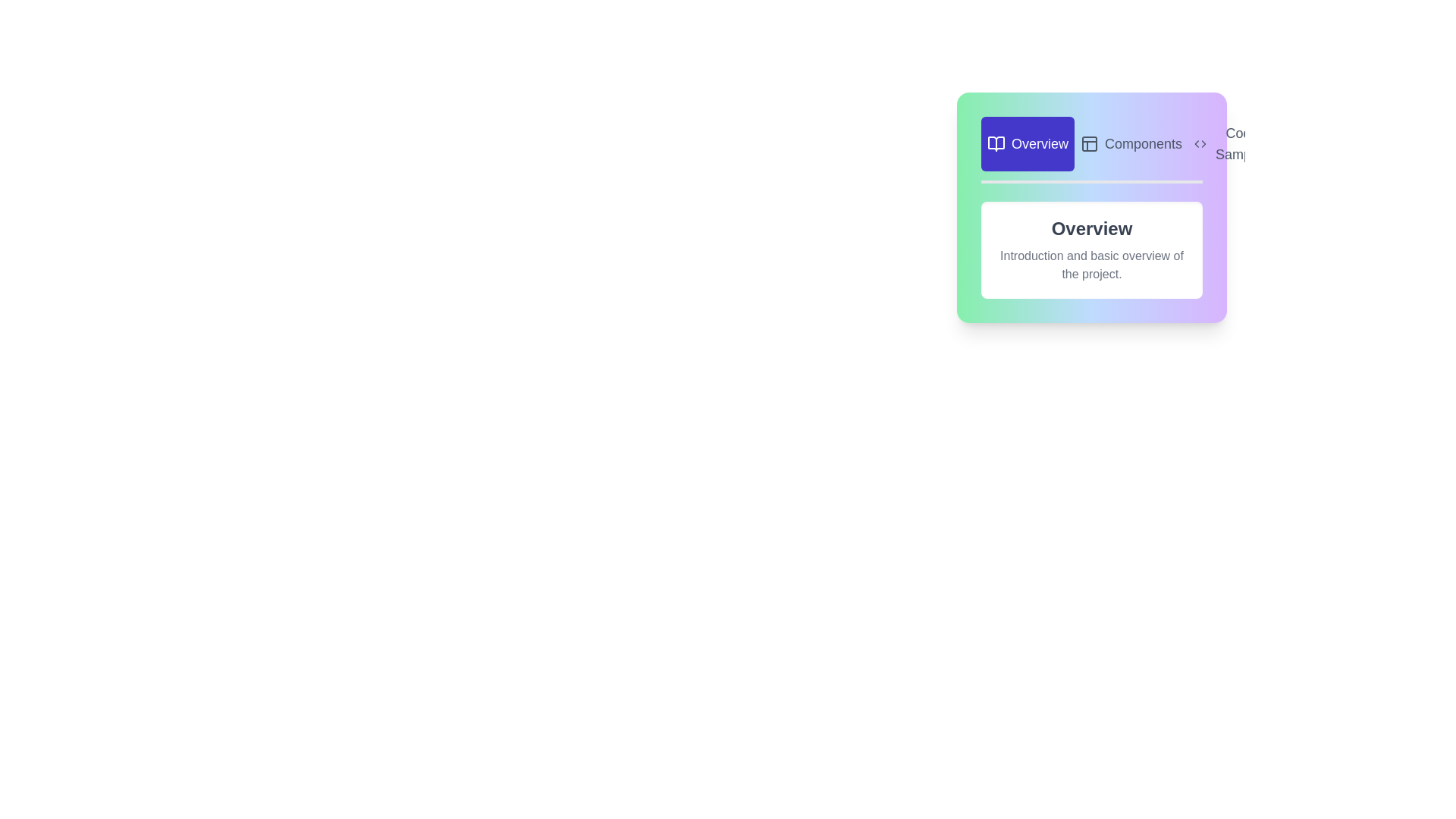  What do you see at coordinates (1131, 143) in the screenshot?
I see `the Components tab to switch to its content` at bounding box center [1131, 143].